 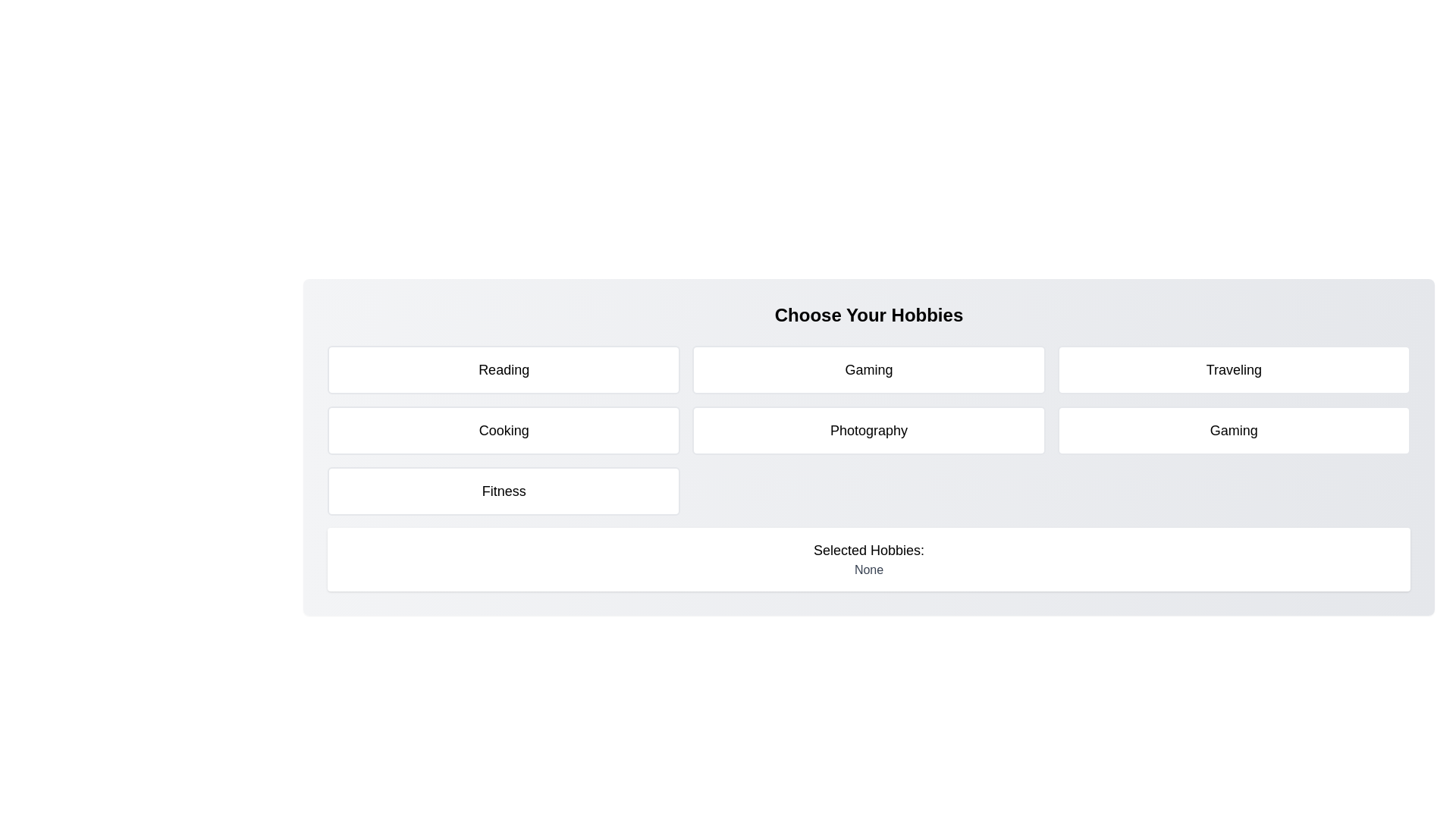 What do you see at coordinates (504, 430) in the screenshot?
I see `the tile representing the hobby Cooking to toggle its selection` at bounding box center [504, 430].